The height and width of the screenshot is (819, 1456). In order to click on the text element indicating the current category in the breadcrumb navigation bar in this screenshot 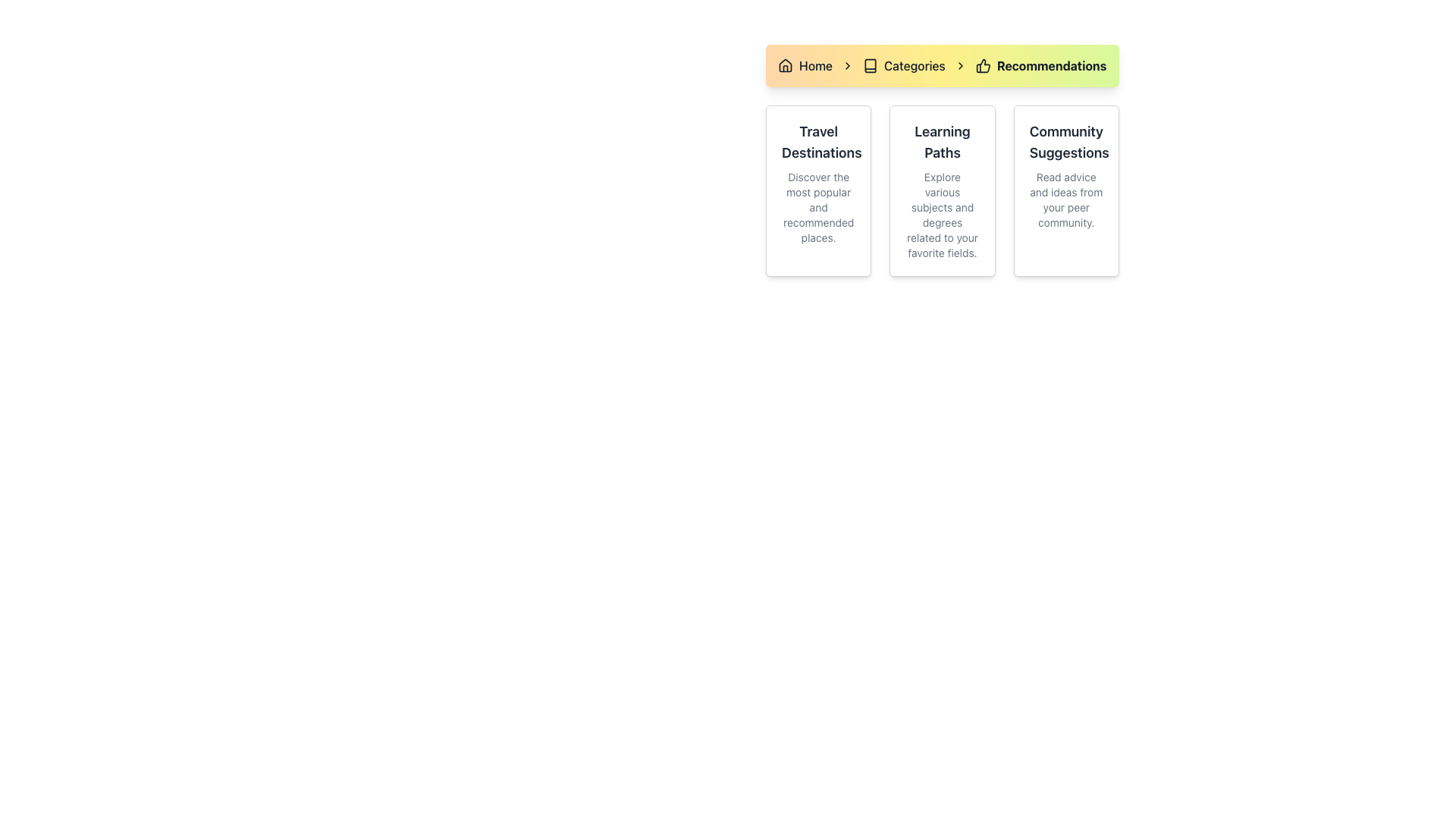, I will do `click(914, 65)`.